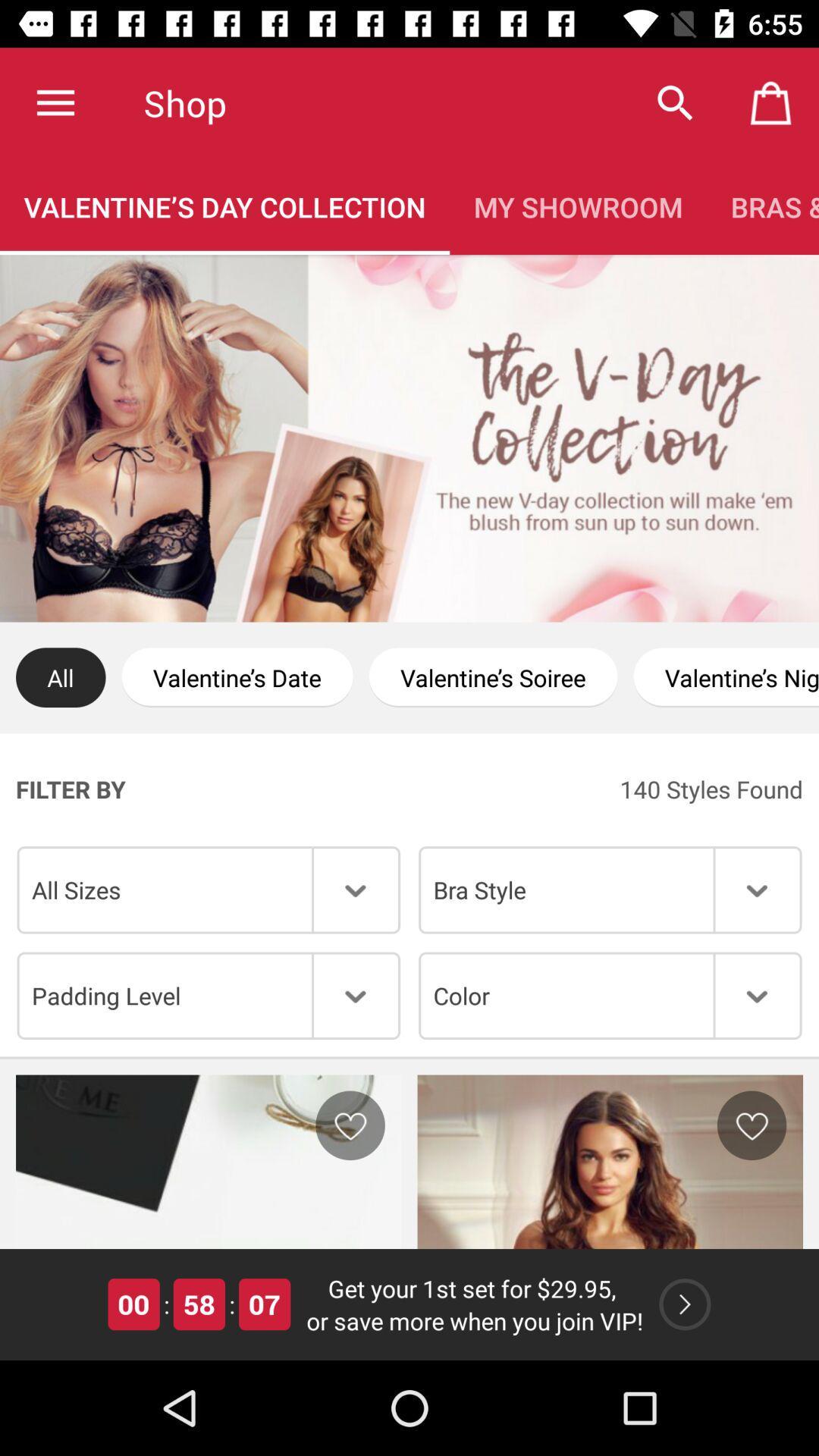 This screenshot has height=1456, width=819. What do you see at coordinates (685, 1303) in the screenshot?
I see `the button which is at bottom right corner of page` at bounding box center [685, 1303].